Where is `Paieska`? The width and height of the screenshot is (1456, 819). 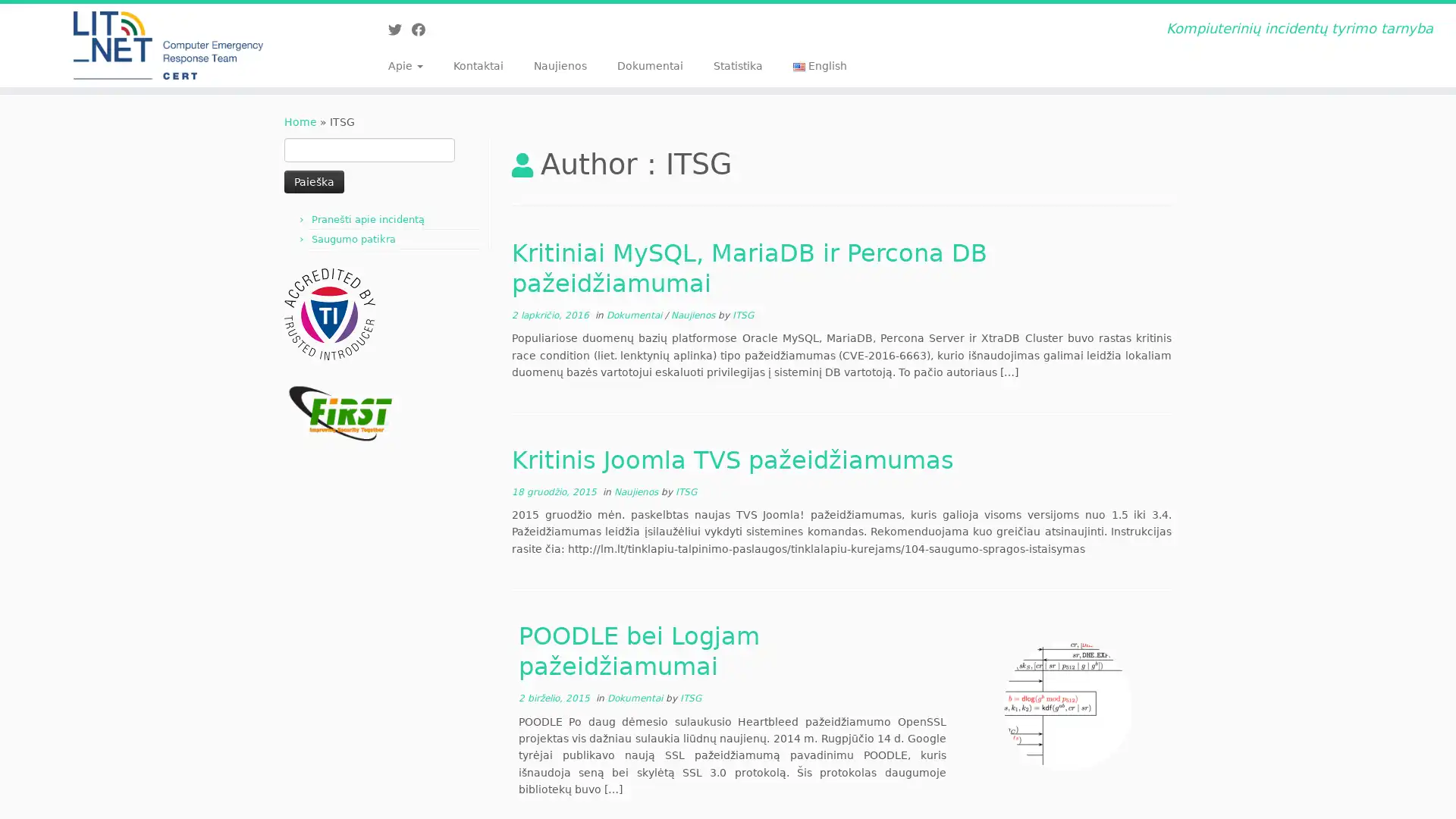 Paieska is located at coordinates (313, 180).